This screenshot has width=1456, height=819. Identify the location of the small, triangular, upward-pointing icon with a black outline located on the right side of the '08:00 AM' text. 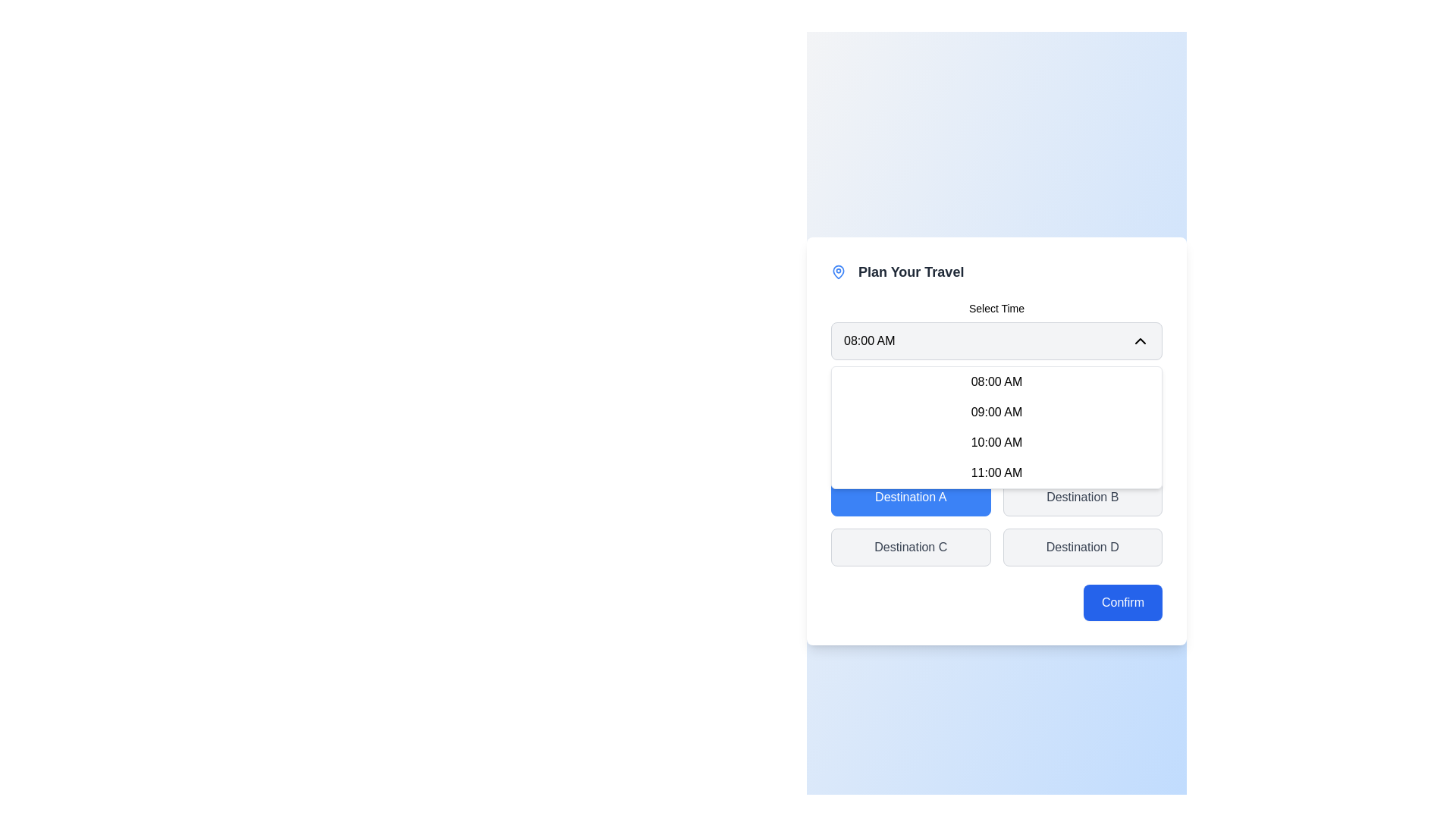
(1140, 341).